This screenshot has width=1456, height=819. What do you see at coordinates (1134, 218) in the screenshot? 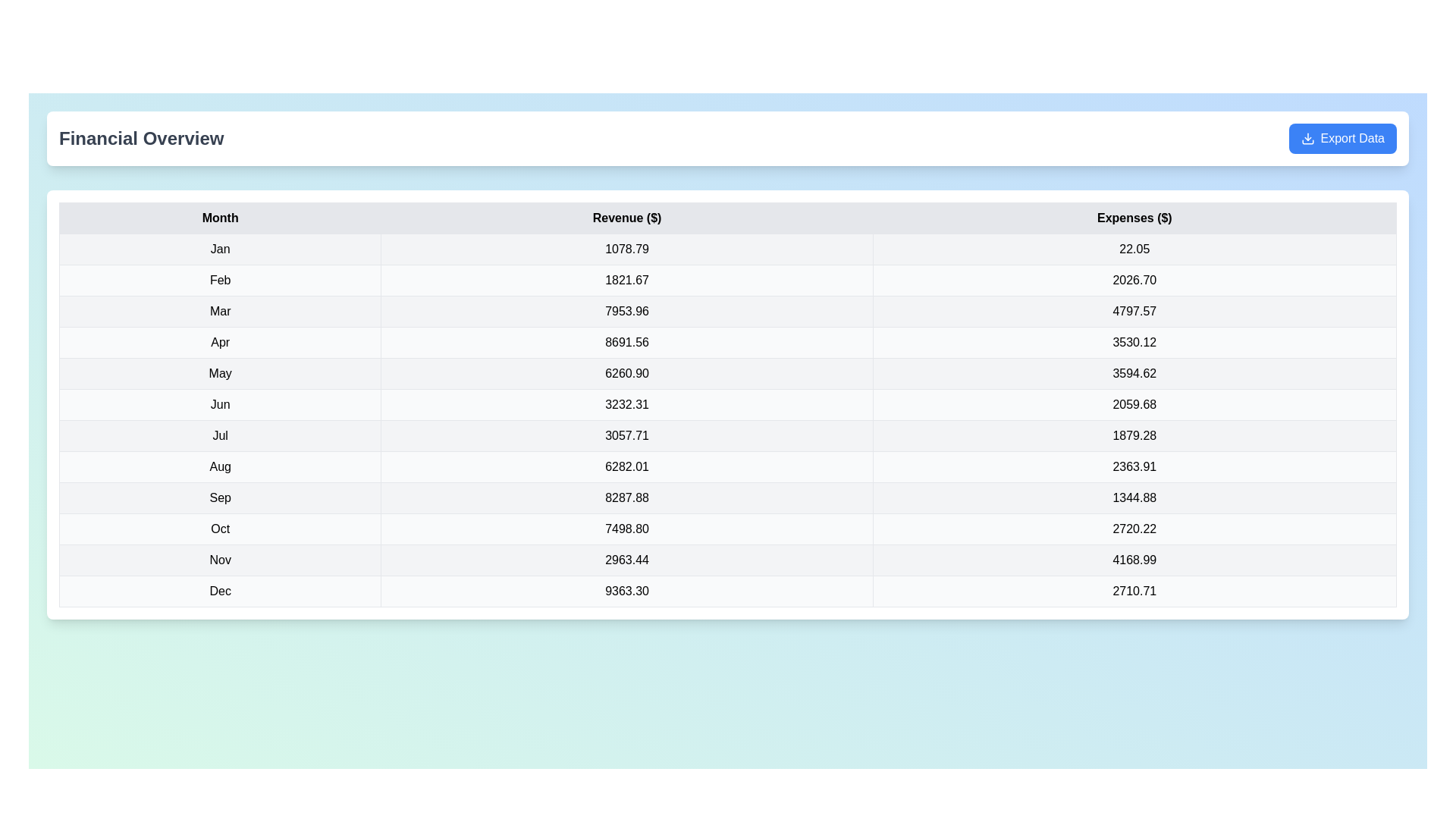
I see `the column header labeled 'Expenses ($)' to sort the table by that column` at bounding box center [1134, 218].